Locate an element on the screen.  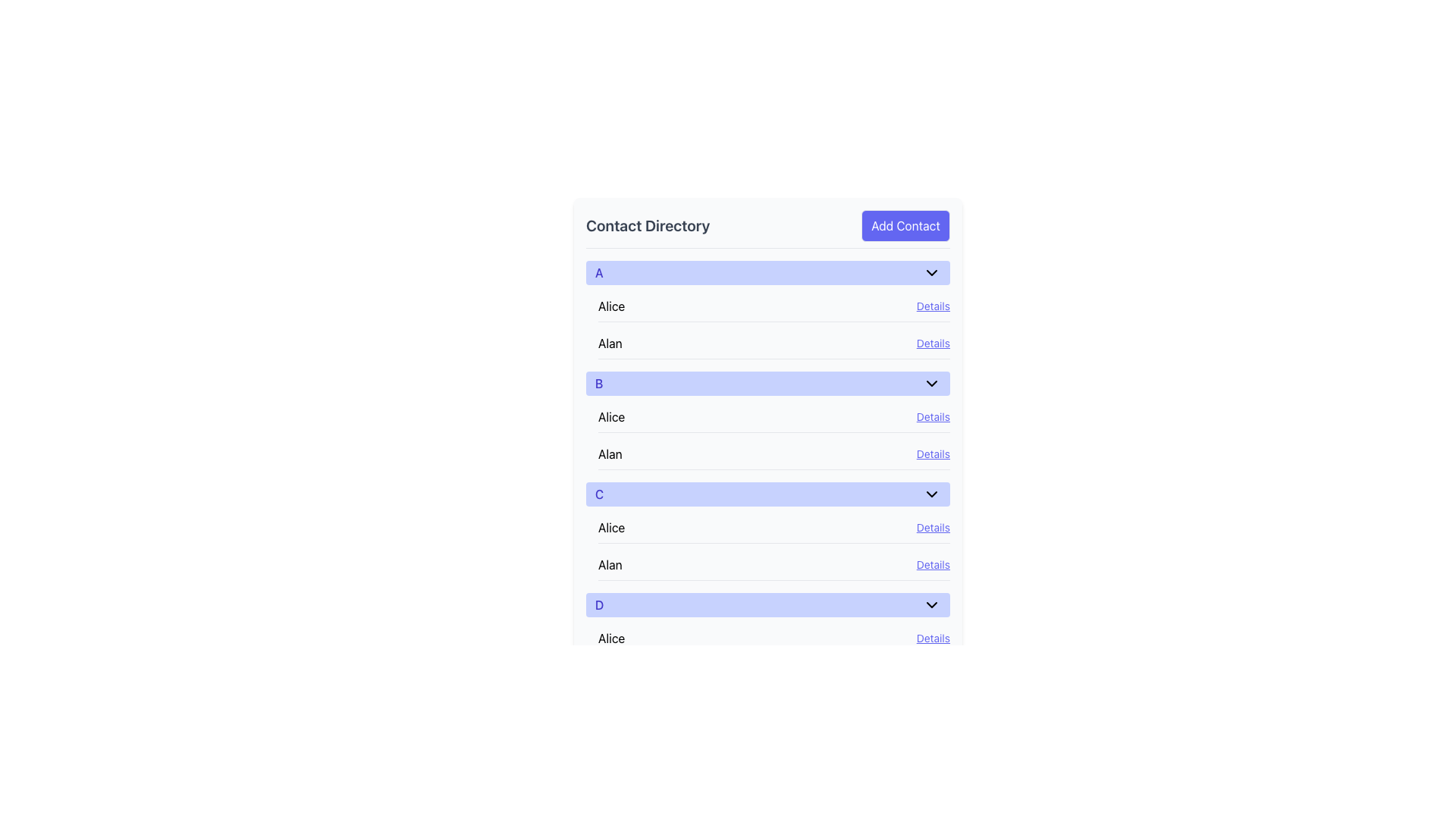
the text label representing the contact name 'Alice' in section 'C' of the contact directory is located at coordinates (611, 526).